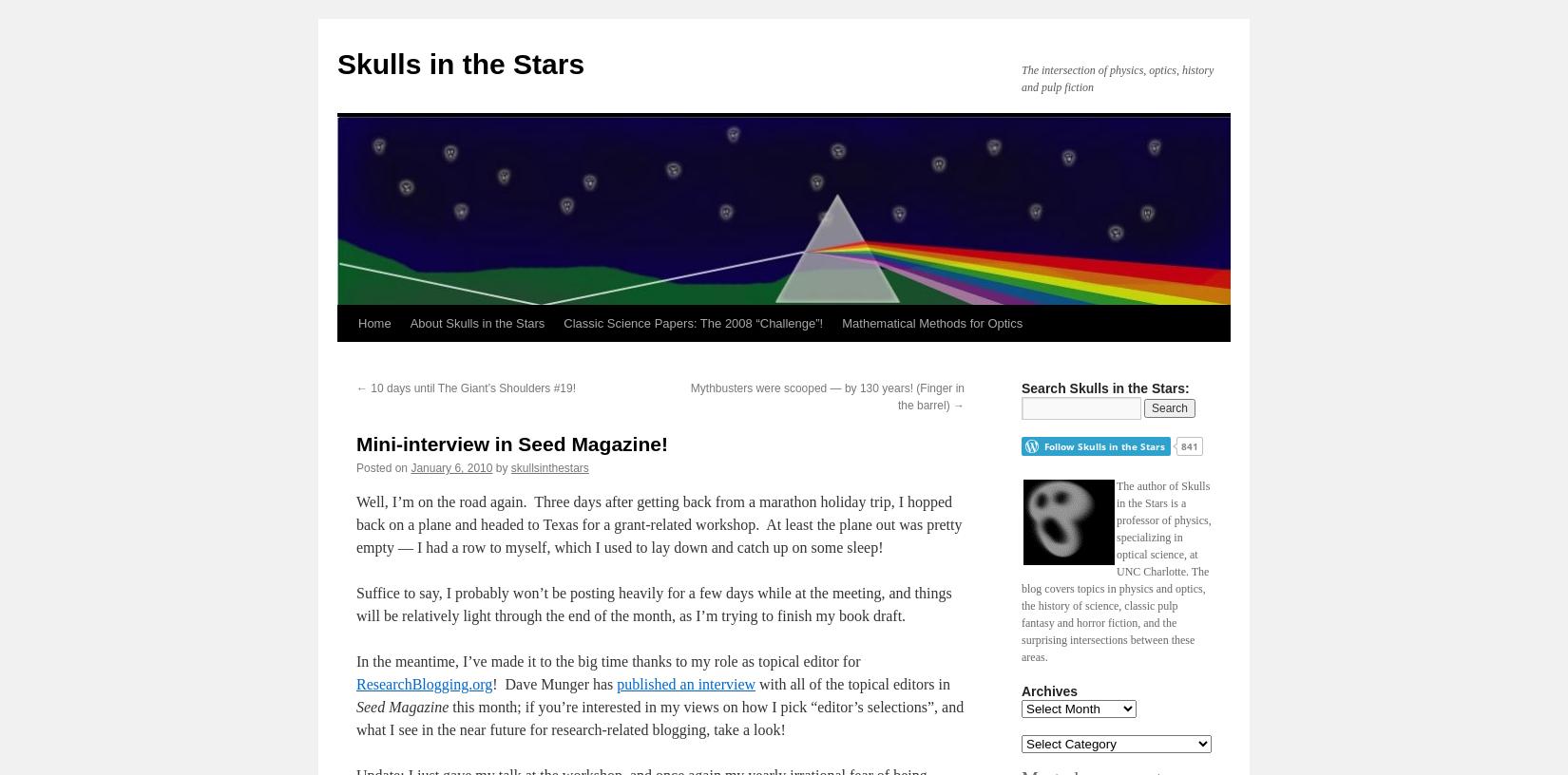 This screenshot has height=775, width=1568. What do you see at coordinates (356, 603) in the screenshot?
I see `'Suffice to say, I probably won’t be posting heavily for a few days while at the meeting, and things will be relatively light through the end of the month, as I’m trying to finish my book draft.'` at bounding box center [356, 603].